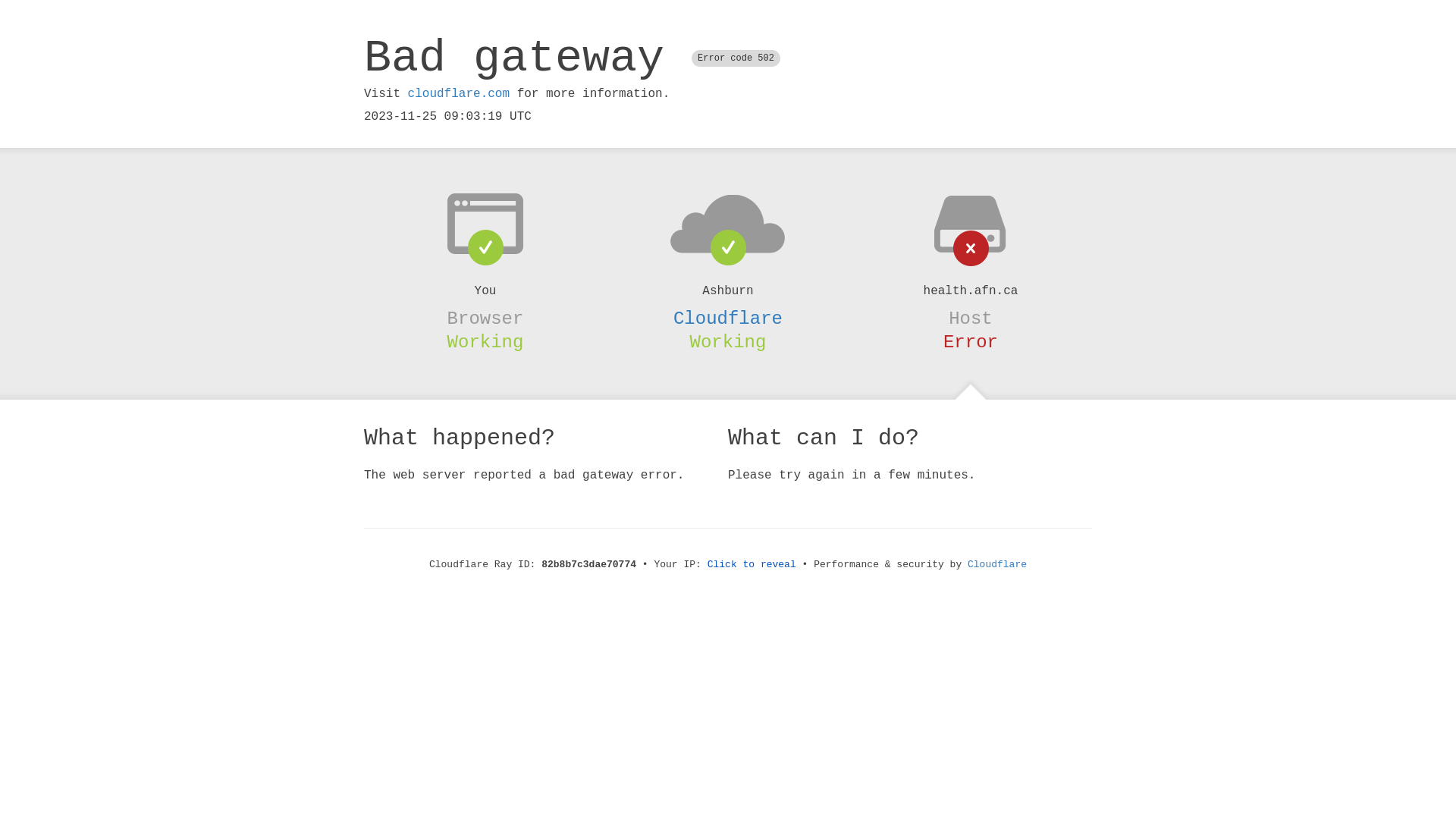  I want to click on 'Click to reveal', so click(752, 564).